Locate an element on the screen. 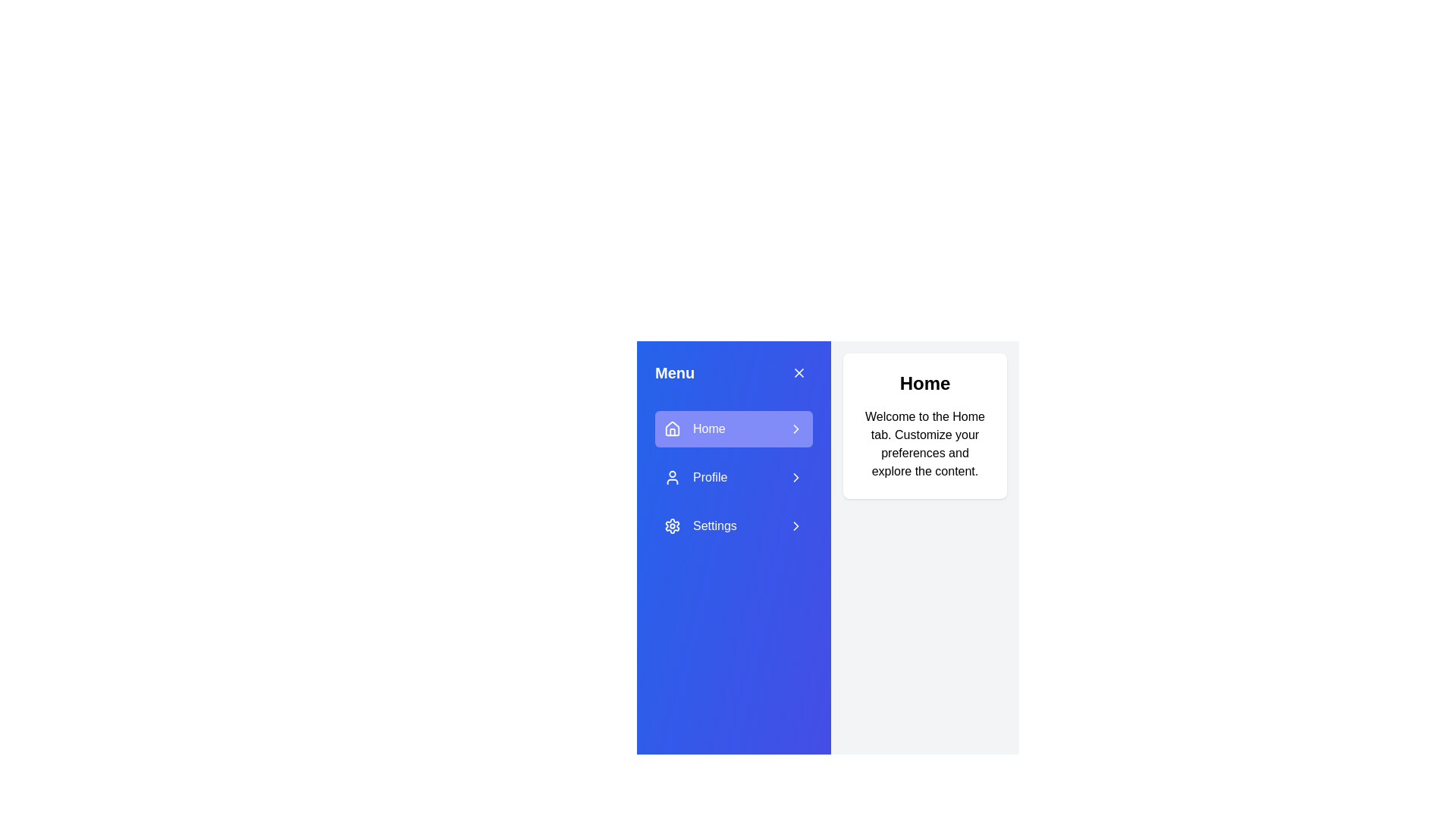 The height and width of the screenshot is (819, 1456). the small, right-facing arrow icon located at the right end of the 'Home' row in the navigation bar on the left panel, as it is keyboard navigable is located at coordinates (795, 429).